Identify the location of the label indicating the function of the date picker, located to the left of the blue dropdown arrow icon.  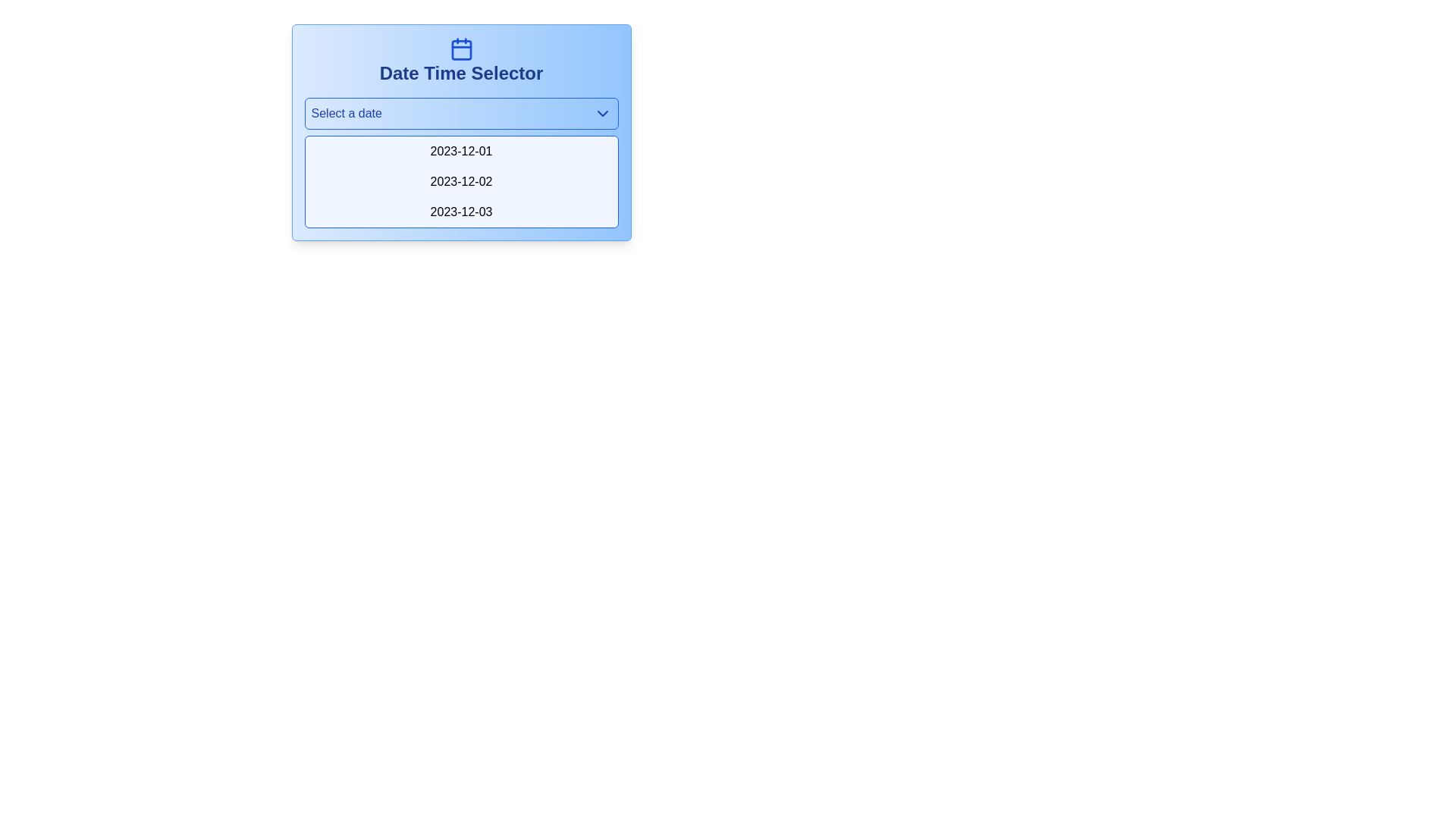
(346, 113).